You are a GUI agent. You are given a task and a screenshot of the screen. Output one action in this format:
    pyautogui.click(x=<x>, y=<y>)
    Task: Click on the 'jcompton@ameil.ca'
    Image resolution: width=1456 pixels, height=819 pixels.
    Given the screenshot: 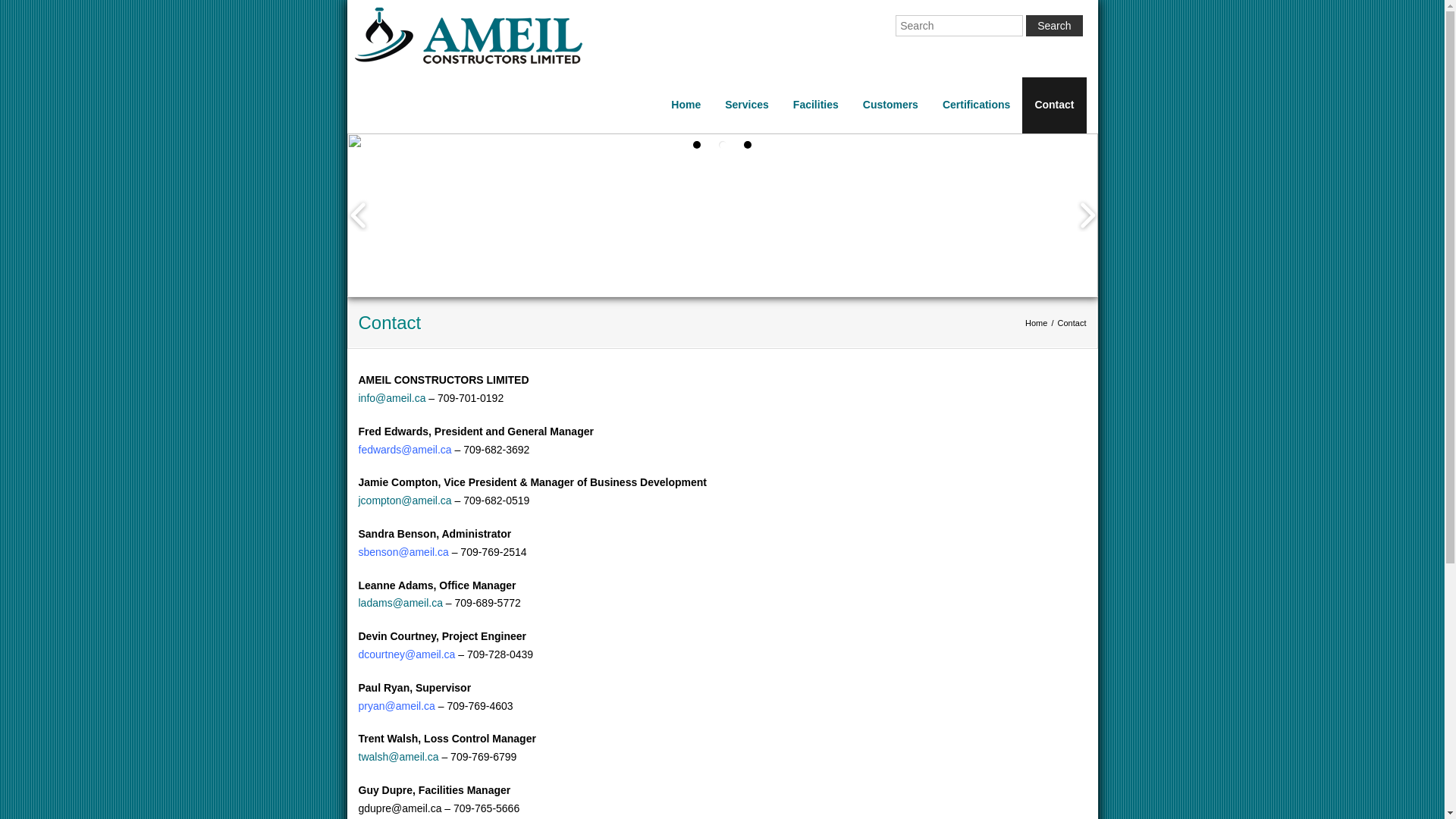 What is the action you would take?
    pyautogui.click(x=404, y=500)
    